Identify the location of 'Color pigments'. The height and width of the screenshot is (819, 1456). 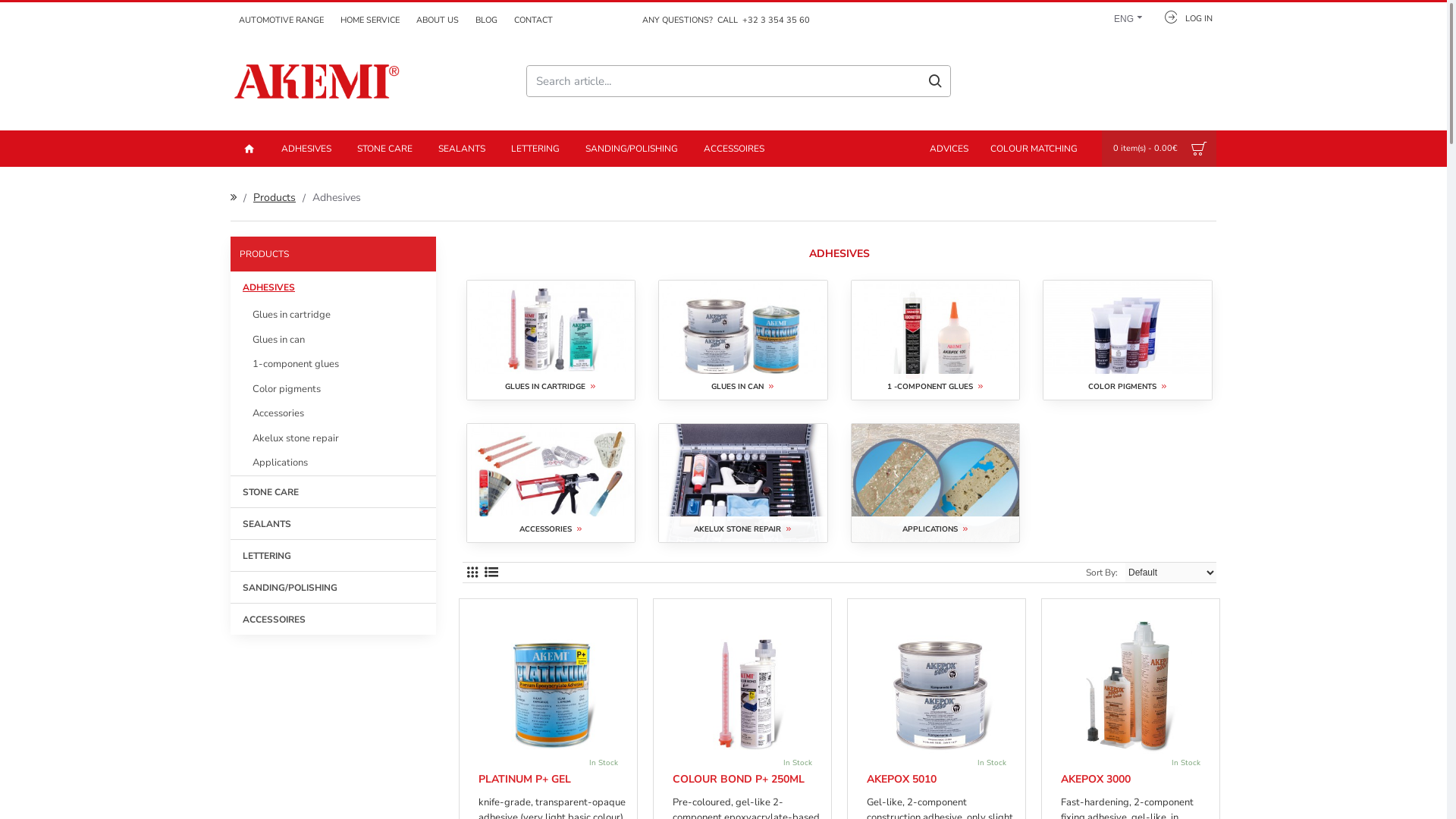
(332, 388).